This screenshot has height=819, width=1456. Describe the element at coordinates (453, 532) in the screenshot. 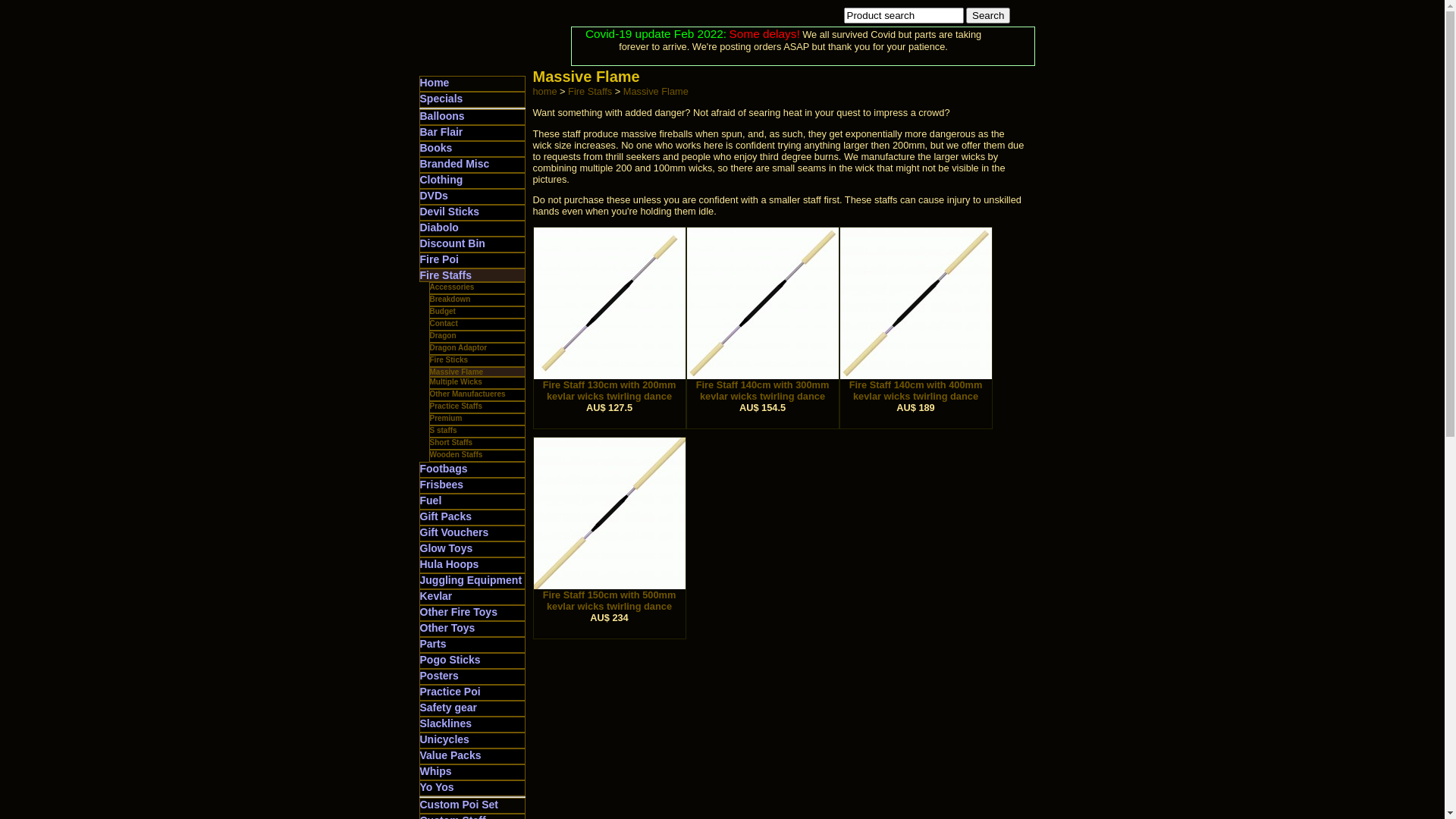

I see `'Gift Vouchers'` at that location.